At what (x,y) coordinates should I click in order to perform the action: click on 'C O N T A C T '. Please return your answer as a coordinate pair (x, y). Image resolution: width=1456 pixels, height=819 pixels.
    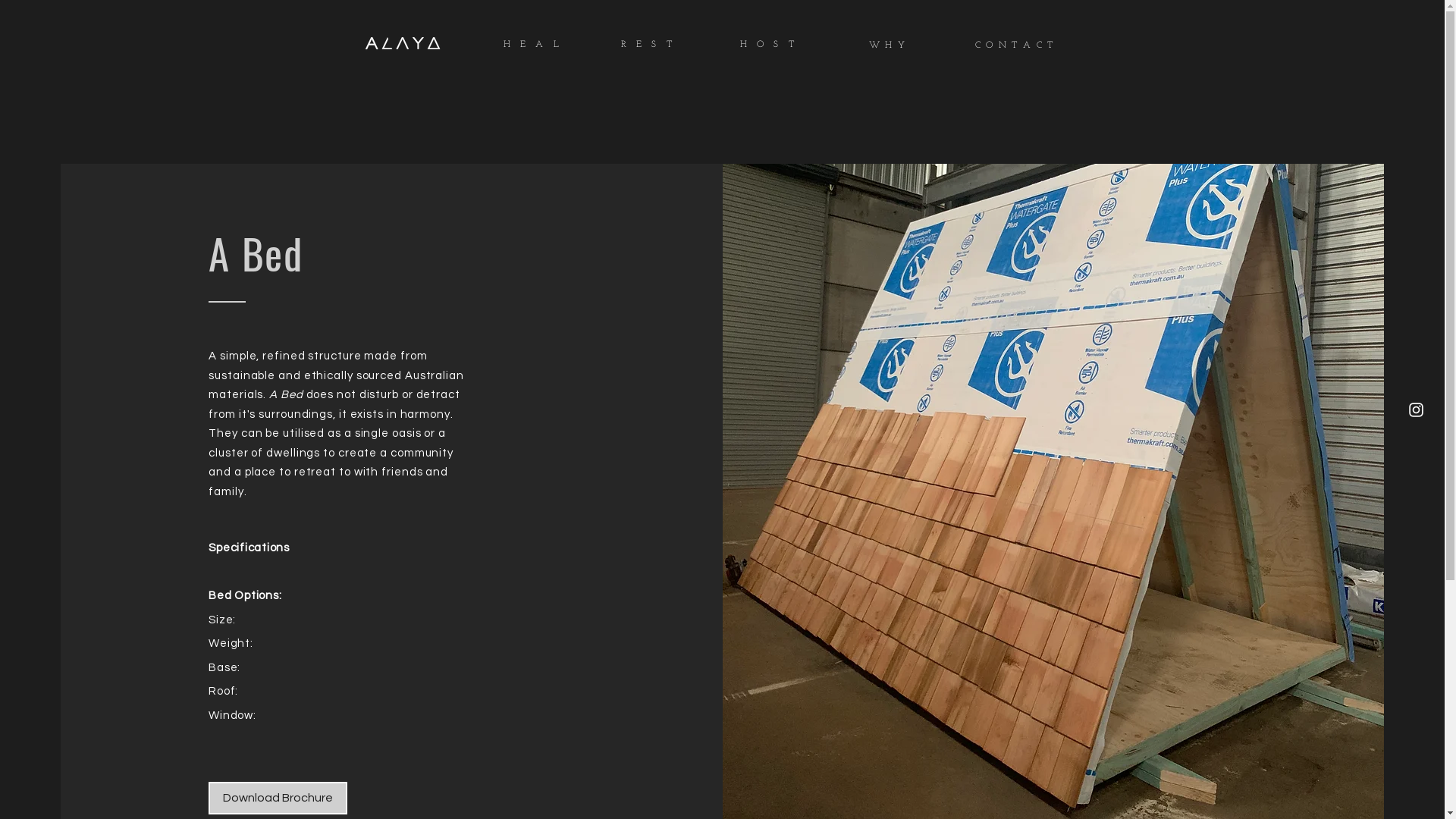
    Looking at the image, I should click on (1016, 42).